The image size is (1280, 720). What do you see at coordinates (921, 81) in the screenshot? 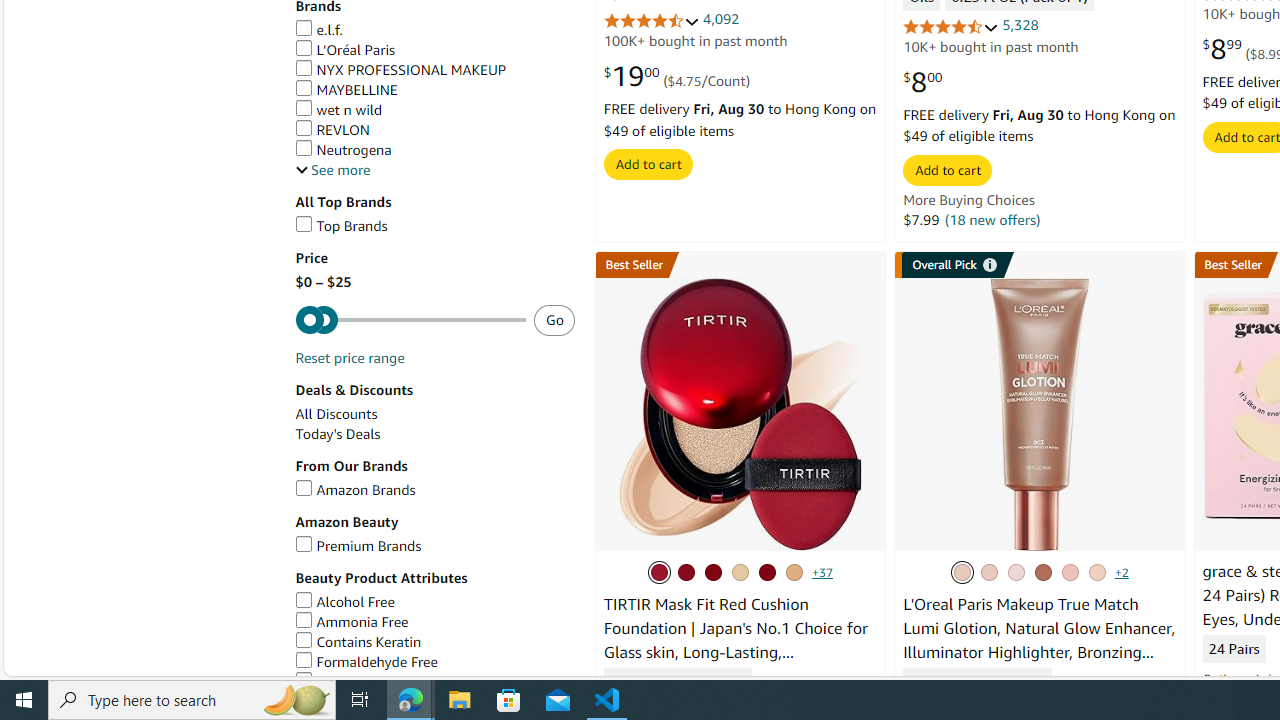
I see `'$8.00'` at bounding box center [921, 81].